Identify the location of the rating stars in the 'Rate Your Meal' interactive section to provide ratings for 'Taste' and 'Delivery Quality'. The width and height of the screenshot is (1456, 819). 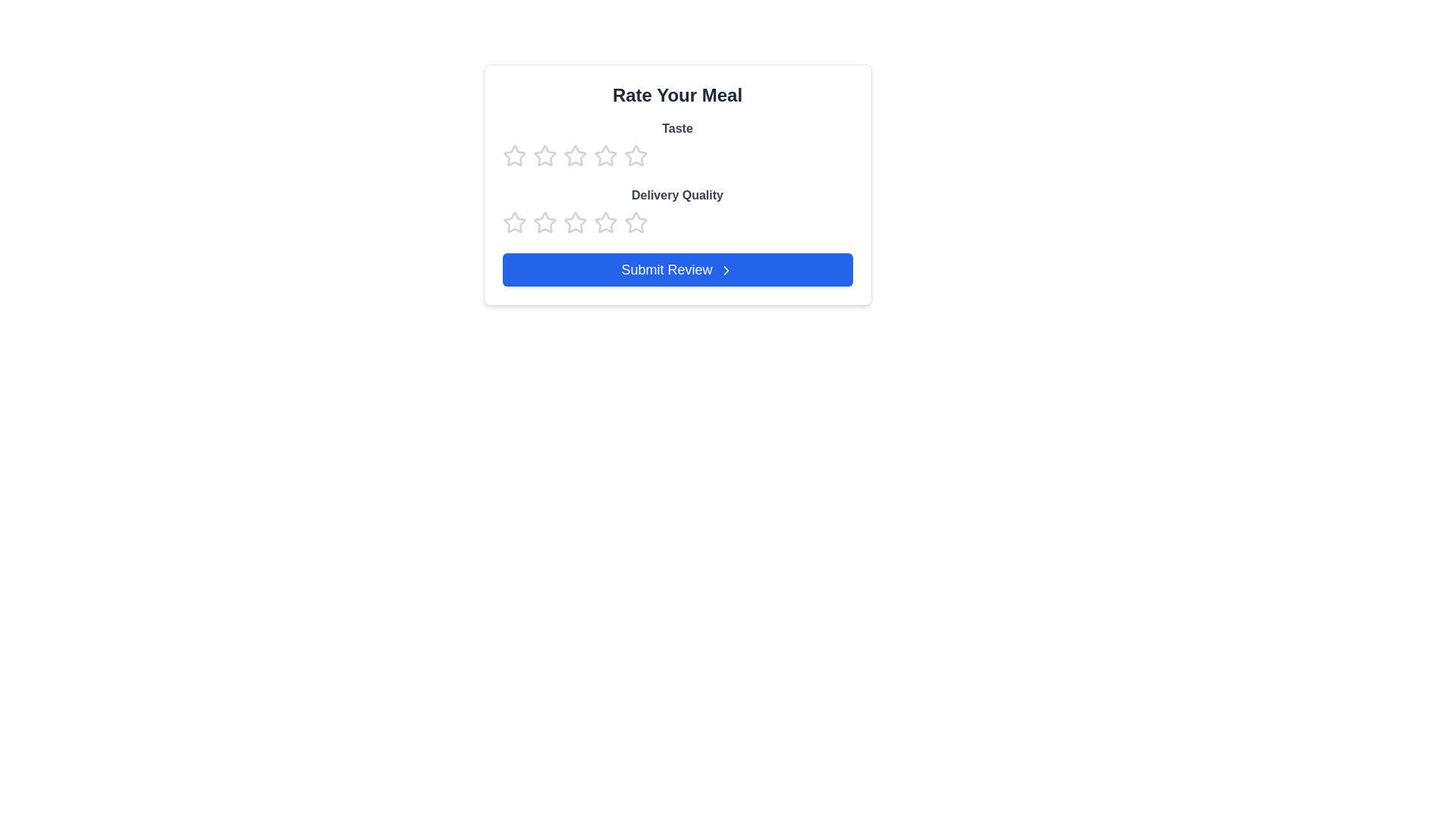
(676, 184).